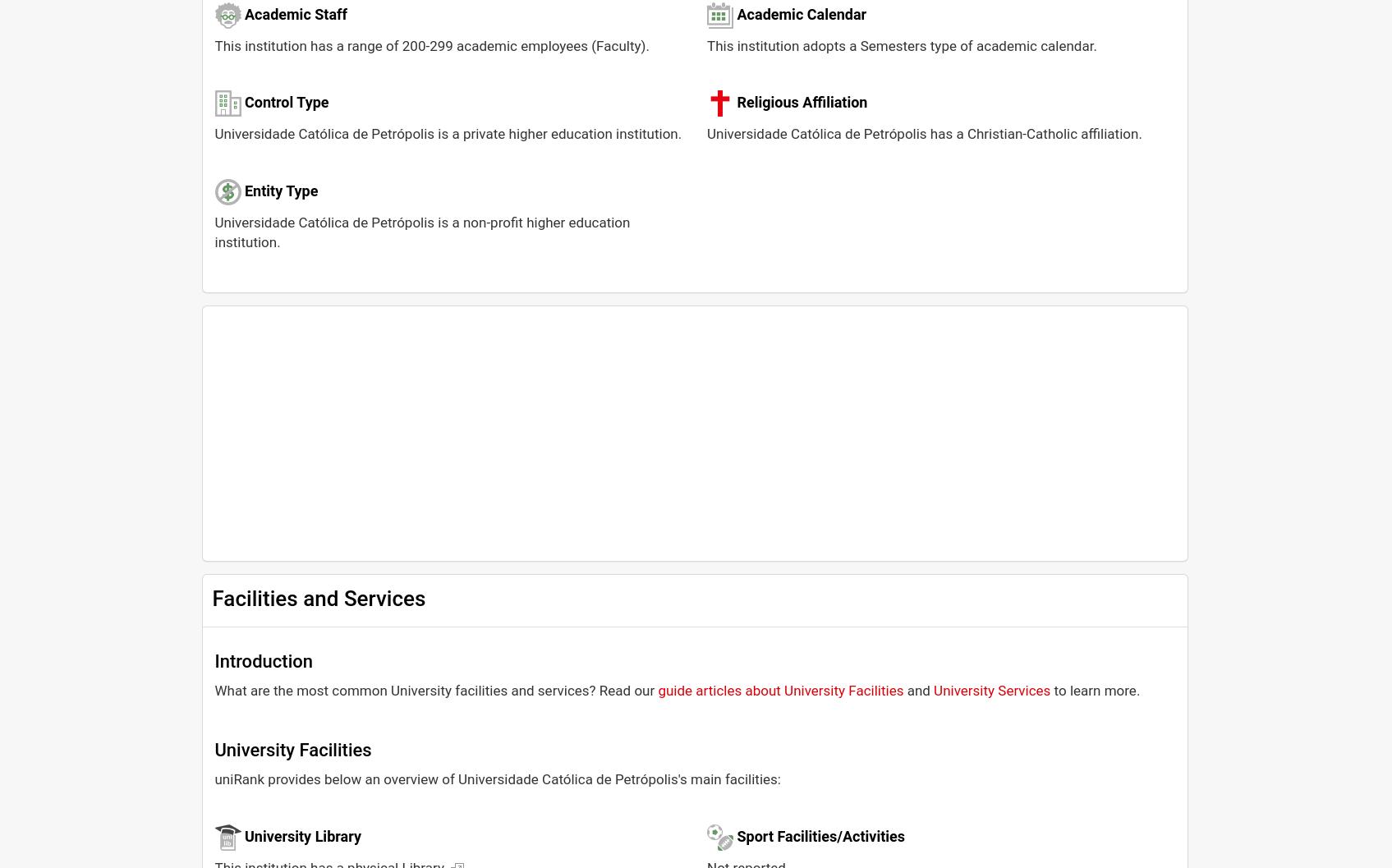 This screenshot has height=868, width=1392. I want to click on 'This institution has a range of 200-299 academic employees (Faculty).', so click(431, 44).